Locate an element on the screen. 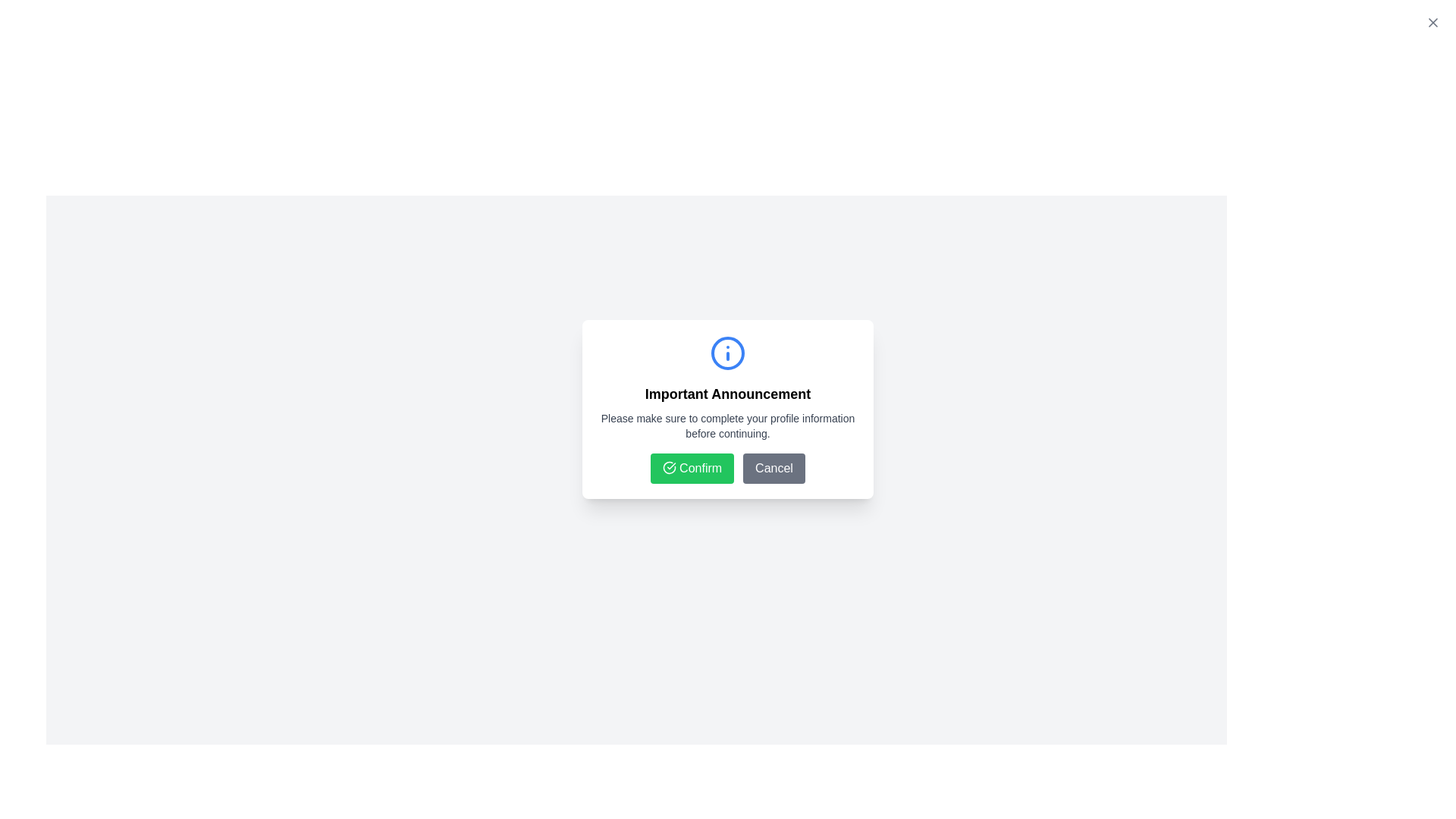  the 'Cancel' button which is a rectangular button with a gray background and white text, located at the bottom-center of the page is located at coordinates (774, 467).